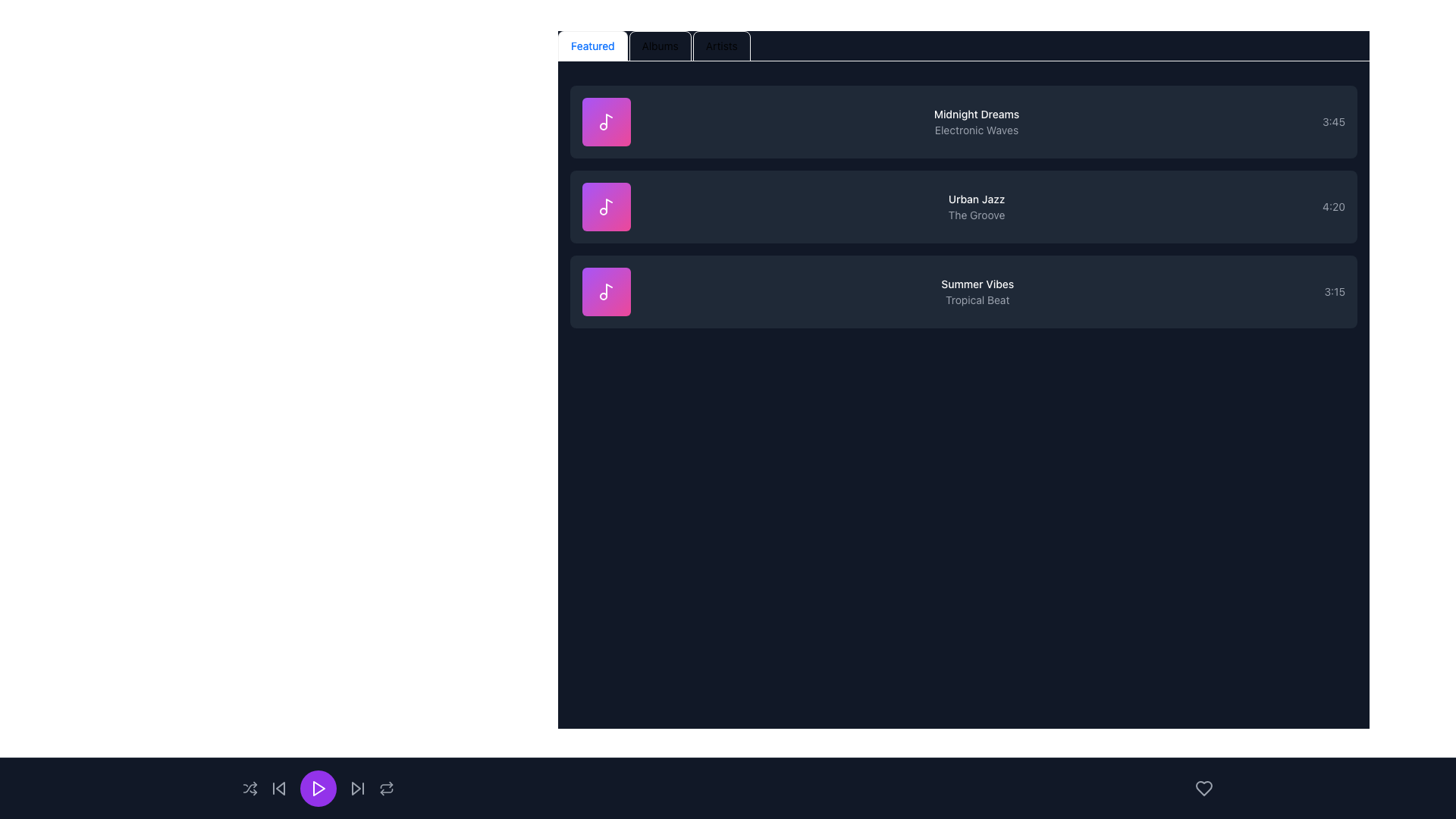 The height and width of the screenshot is (819, 1456). Describe the element at coordinates (607, 292) in the screenshot. I see `the decorative music icon inside a rounded box, which represents a music-related item in the vertical list of music tracks` at that location.